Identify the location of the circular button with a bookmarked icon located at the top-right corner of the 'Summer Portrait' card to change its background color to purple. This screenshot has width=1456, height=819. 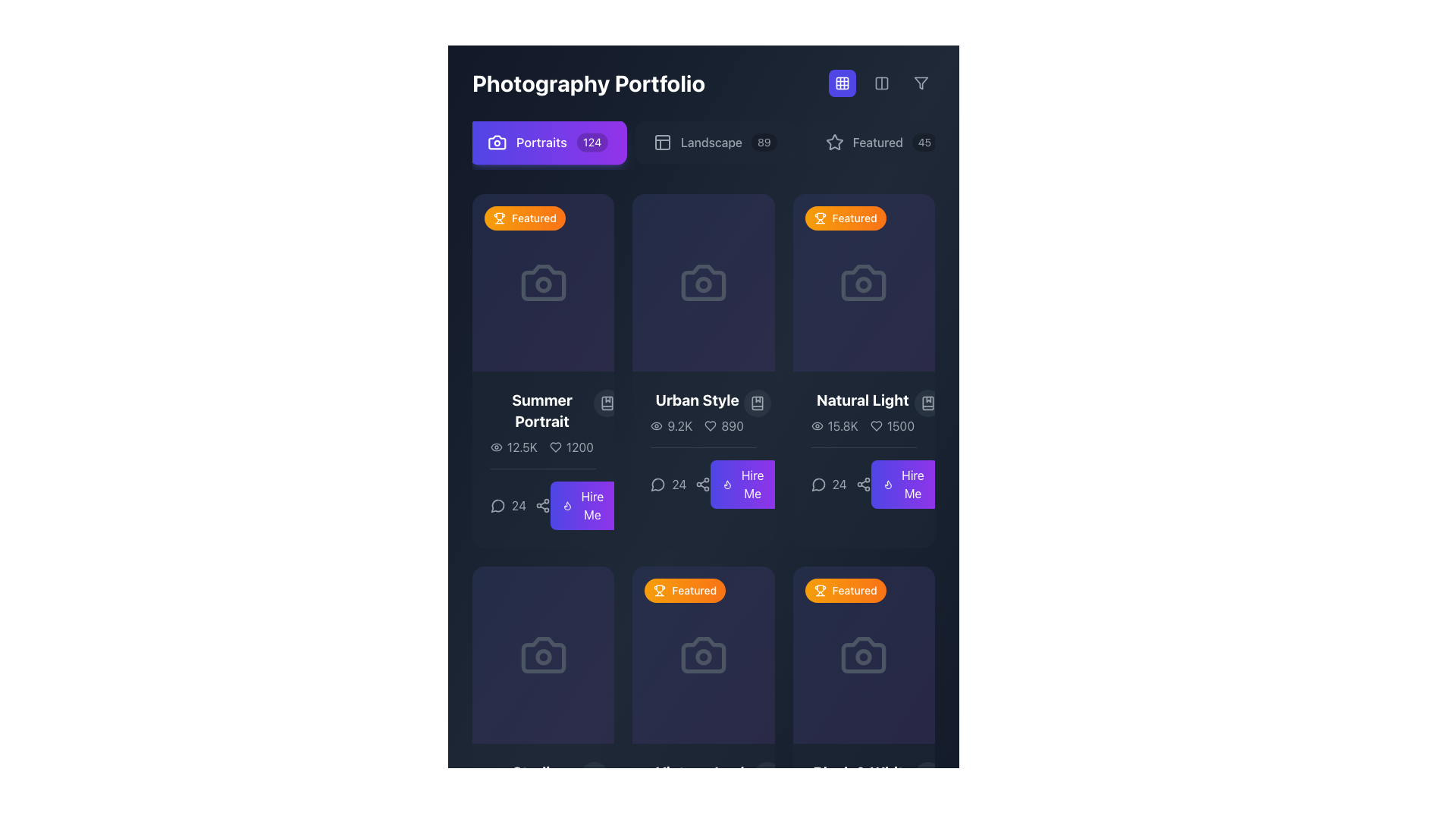
(607, 403).